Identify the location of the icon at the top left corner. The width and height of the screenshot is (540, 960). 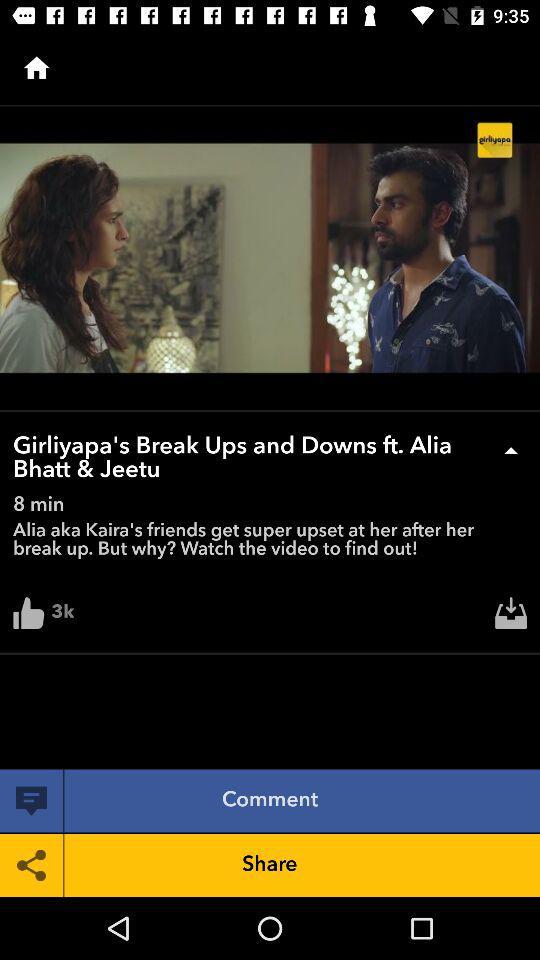
(36, 68).